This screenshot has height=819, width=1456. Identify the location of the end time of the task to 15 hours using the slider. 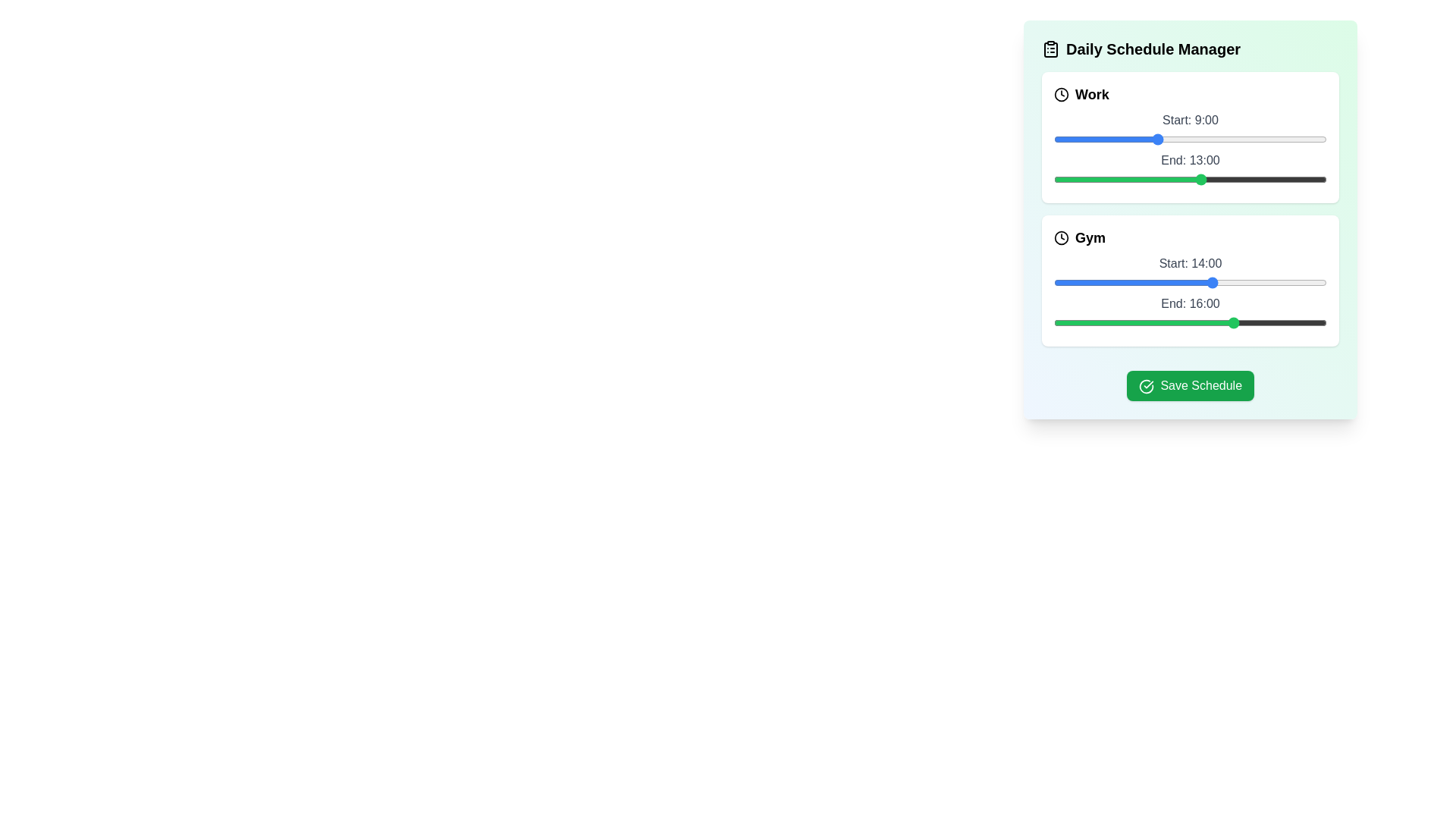
(1224, 178).